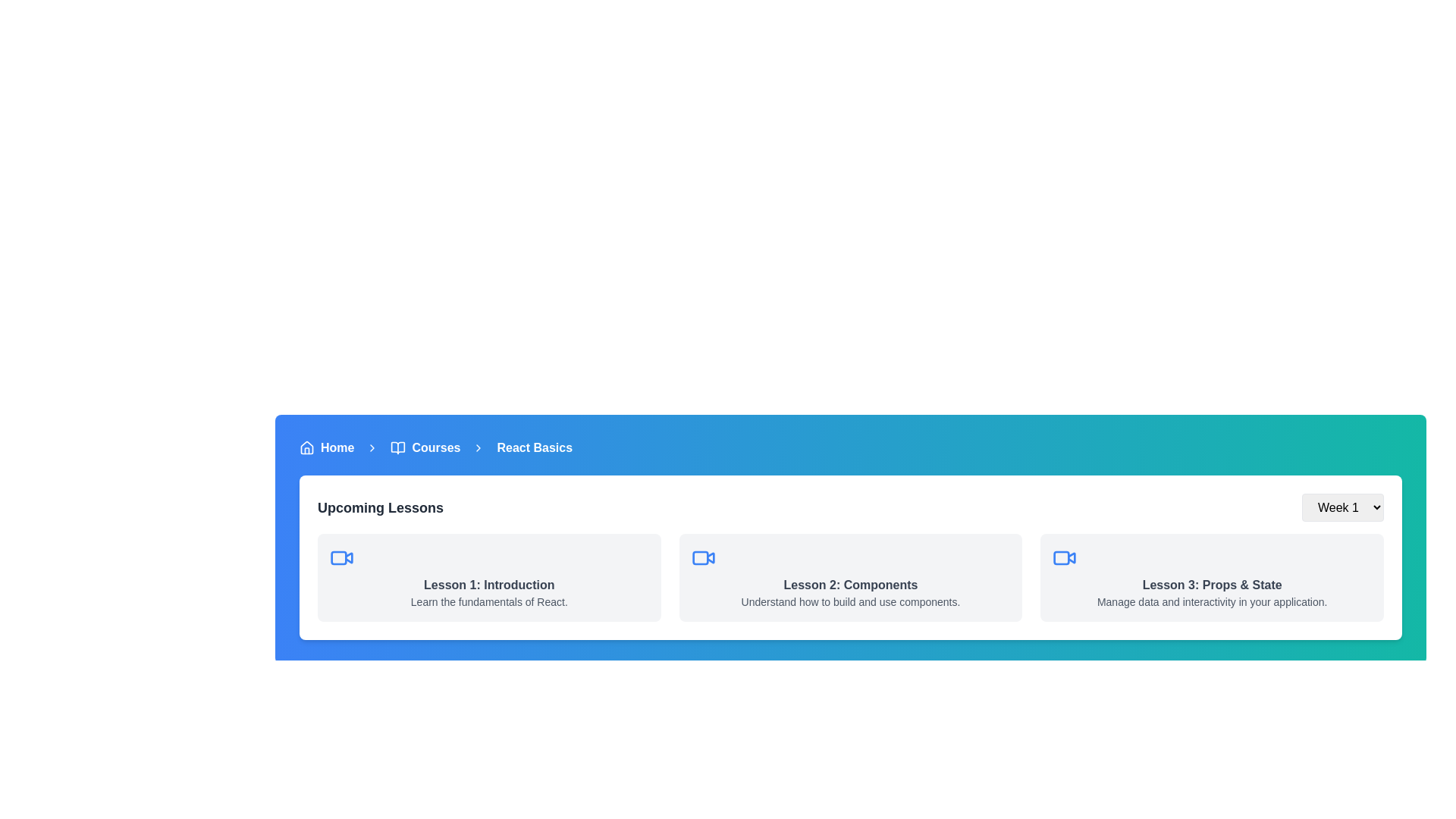 The height and width of the screenshot is (819, 1456). I want to click on the blue video icon located at the upper-left corner of the 'Lesson 1: Introduction' block, which features a rectangle and a triangle to indicate its multimedia function, so click(341, 558).